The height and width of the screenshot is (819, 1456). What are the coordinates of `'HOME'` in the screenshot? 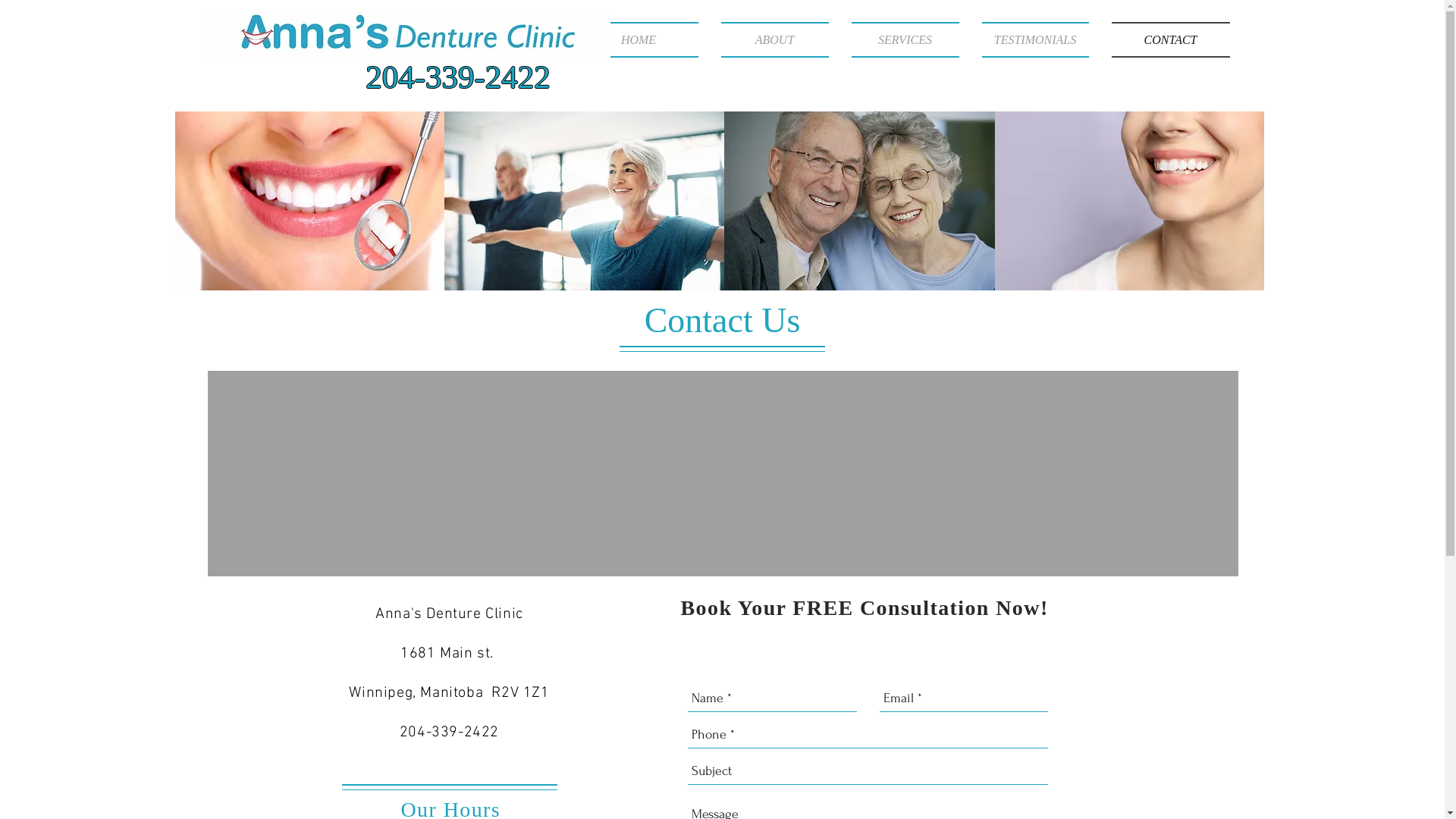 It's located at (644, 39).